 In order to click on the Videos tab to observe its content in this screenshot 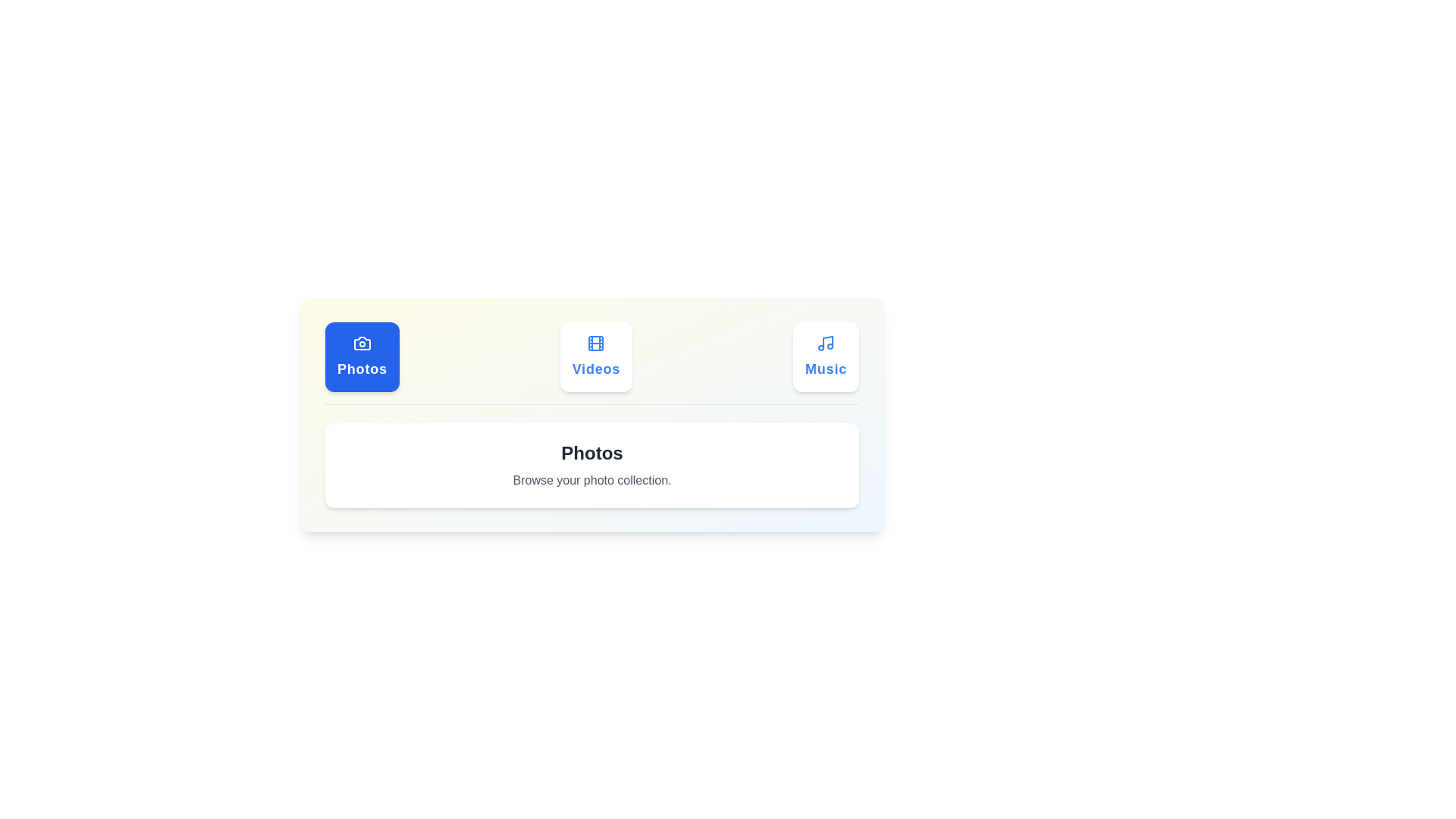, I will do `click(595, 356)`.